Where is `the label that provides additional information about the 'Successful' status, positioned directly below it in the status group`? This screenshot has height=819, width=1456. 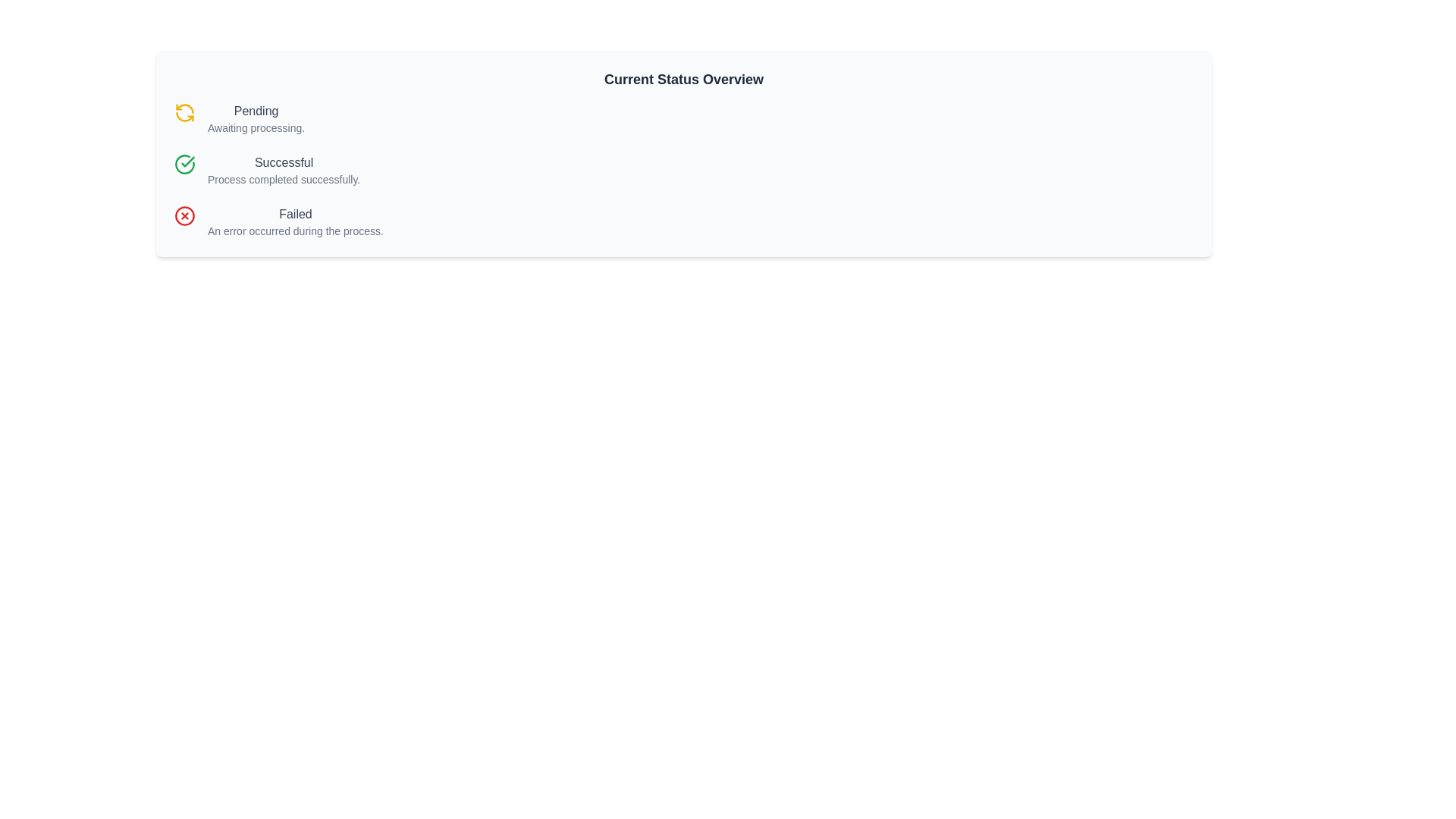
the label that provides additional information about the 'Successful' status, positioned directly below it in the status group is located at coordinates (284, 178).